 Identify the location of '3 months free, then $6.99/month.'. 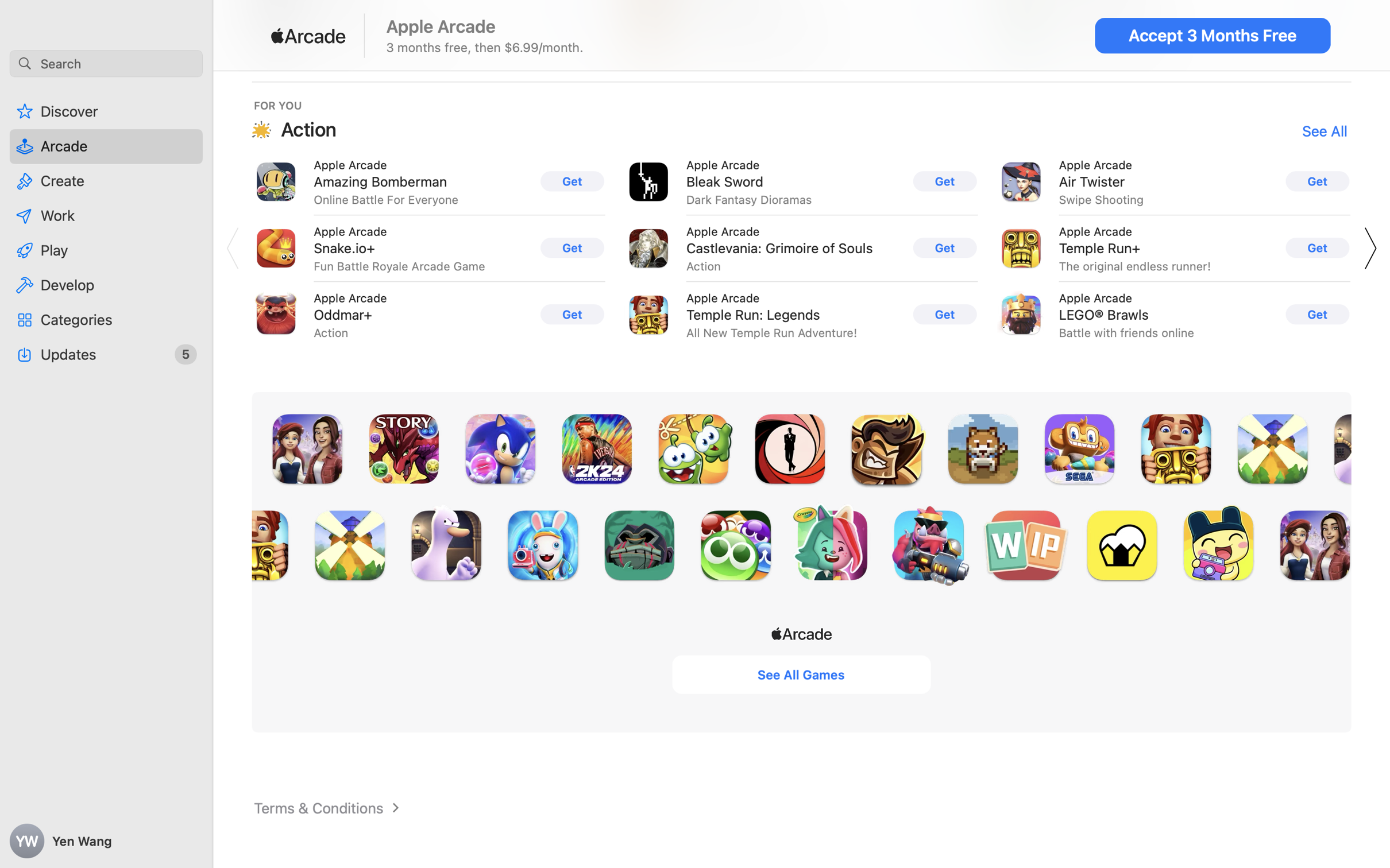
(485, 46).